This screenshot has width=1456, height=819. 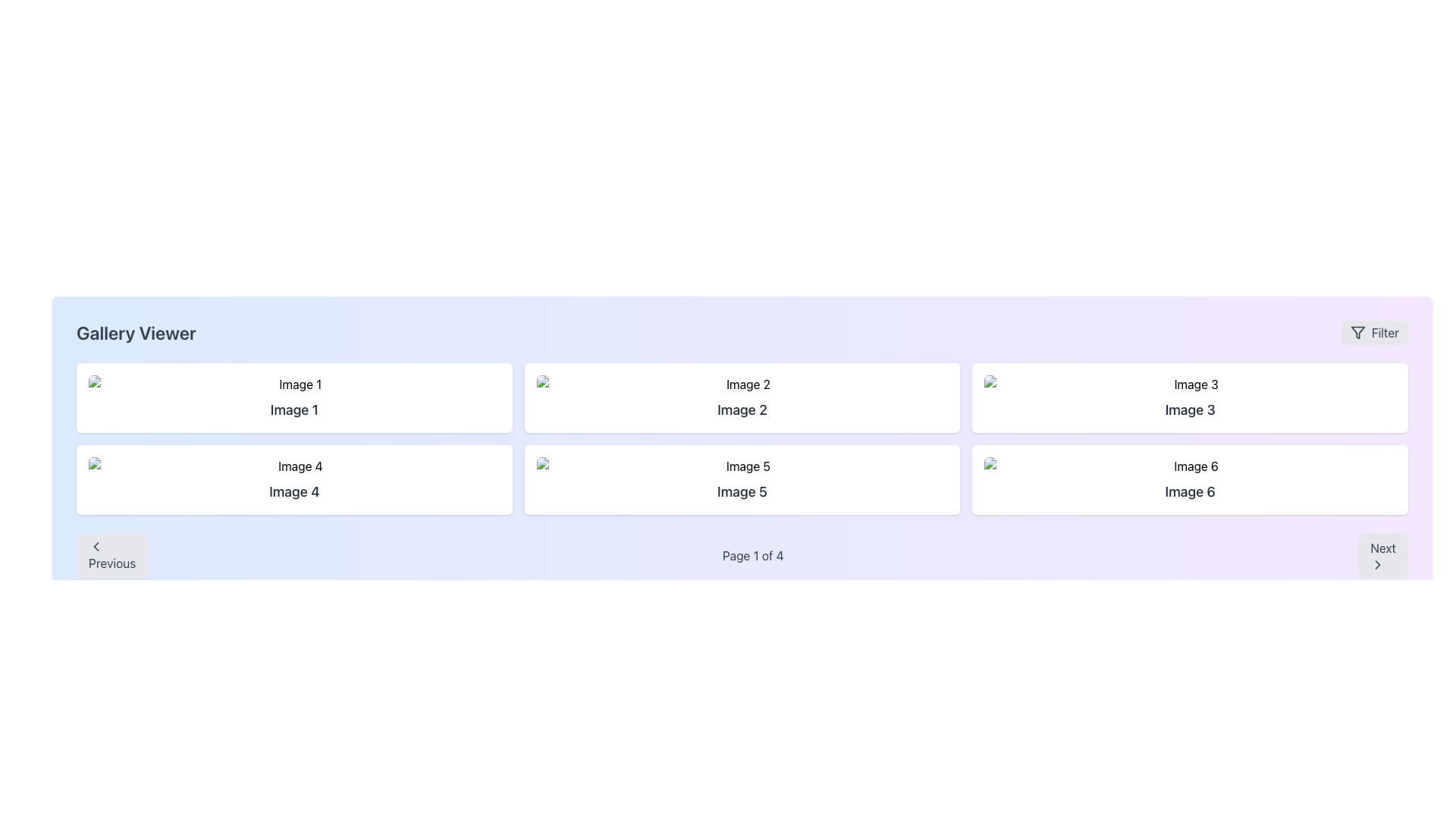 I want to click on the Card with image and text titled 'Image 5', which is a rectangular card with a white background and rounded corners, located in the second row and second column of the grid layout, so click(x=742, y=479).